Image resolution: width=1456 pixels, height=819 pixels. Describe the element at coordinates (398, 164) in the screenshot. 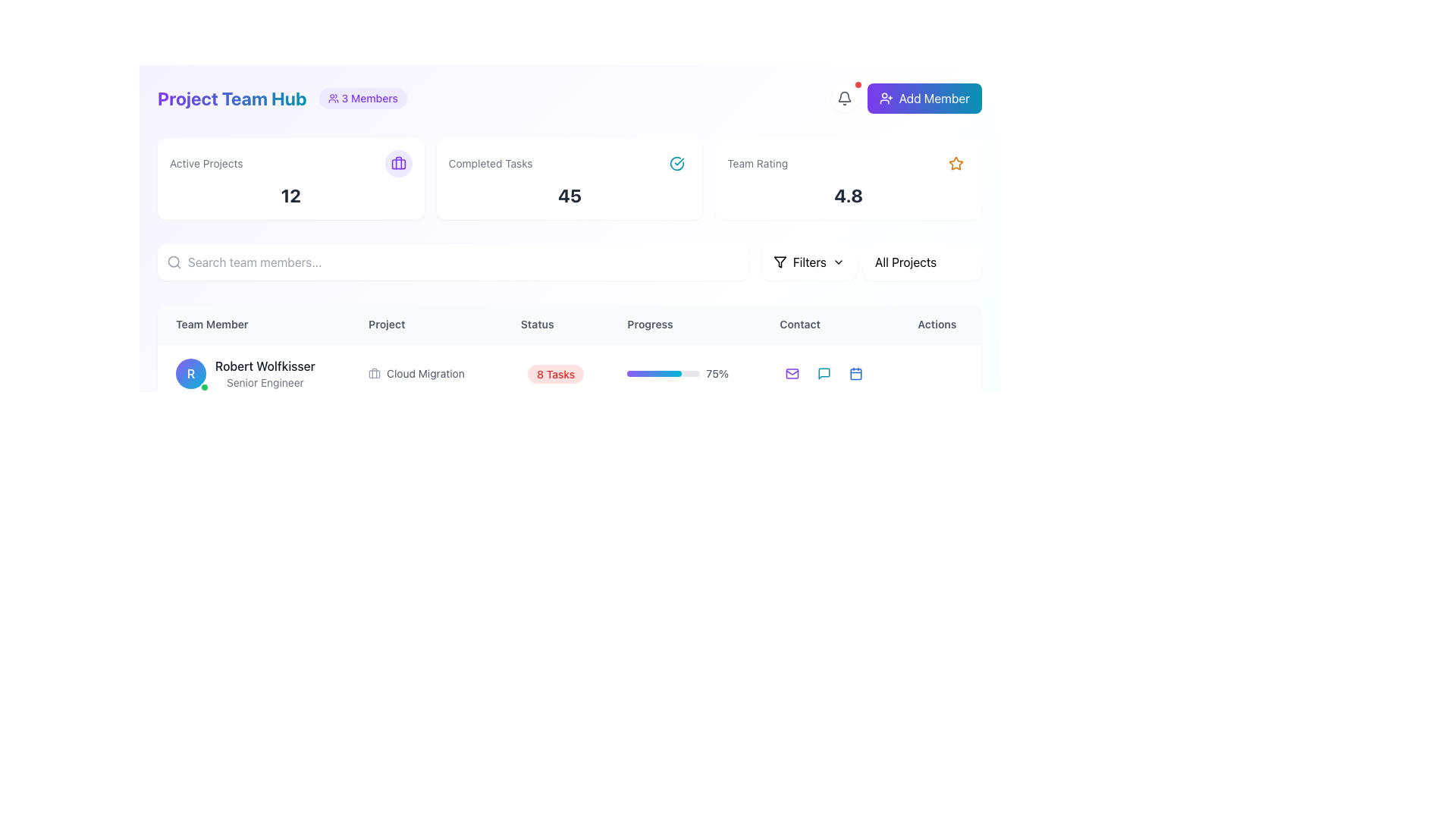

I see `the violet briefcase icon within the light violet circular background located in the 'Active Projects' card at the upper-left quadrant of the interface` at that location.